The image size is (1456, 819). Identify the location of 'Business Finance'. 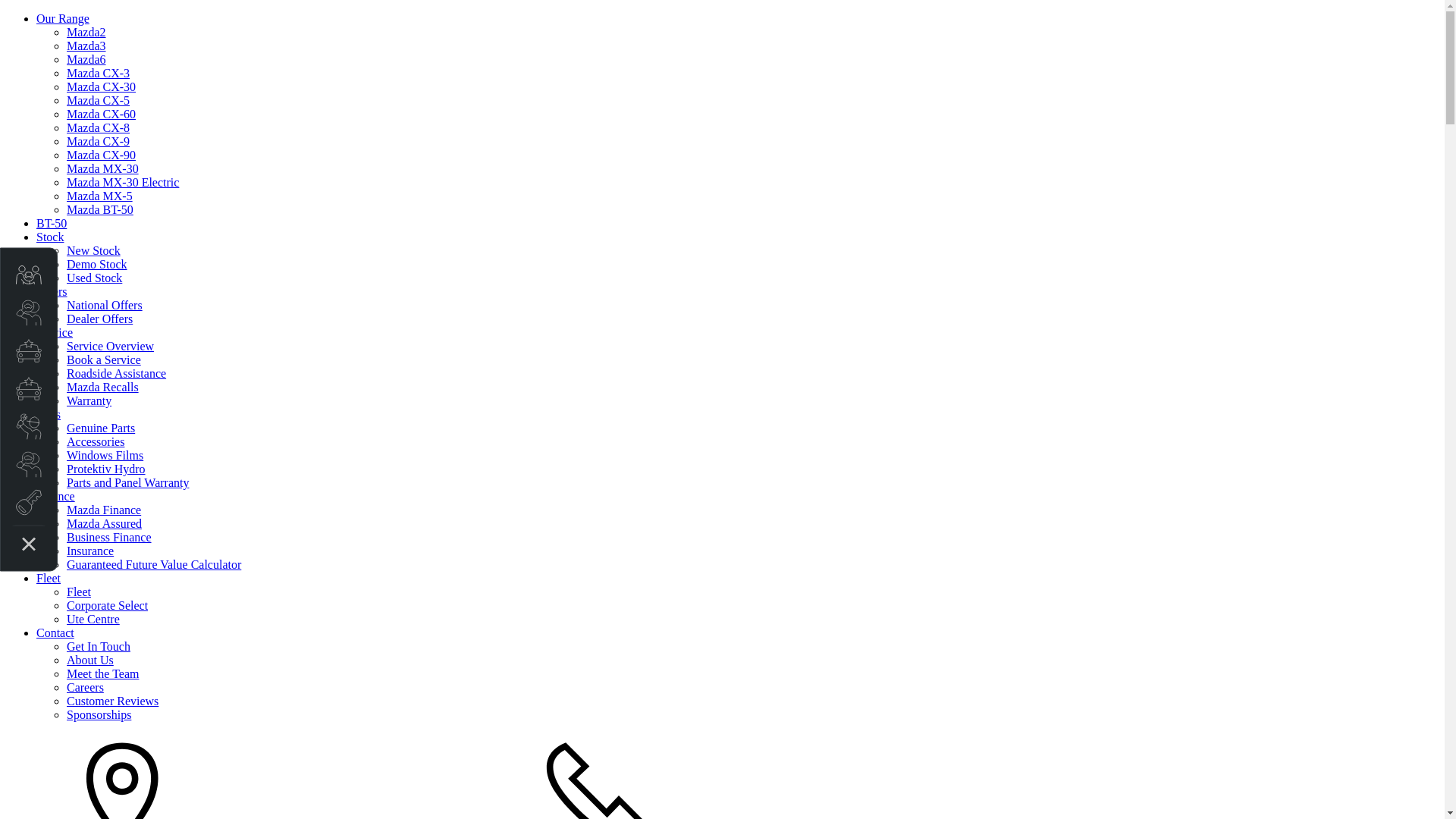
(108, 536).